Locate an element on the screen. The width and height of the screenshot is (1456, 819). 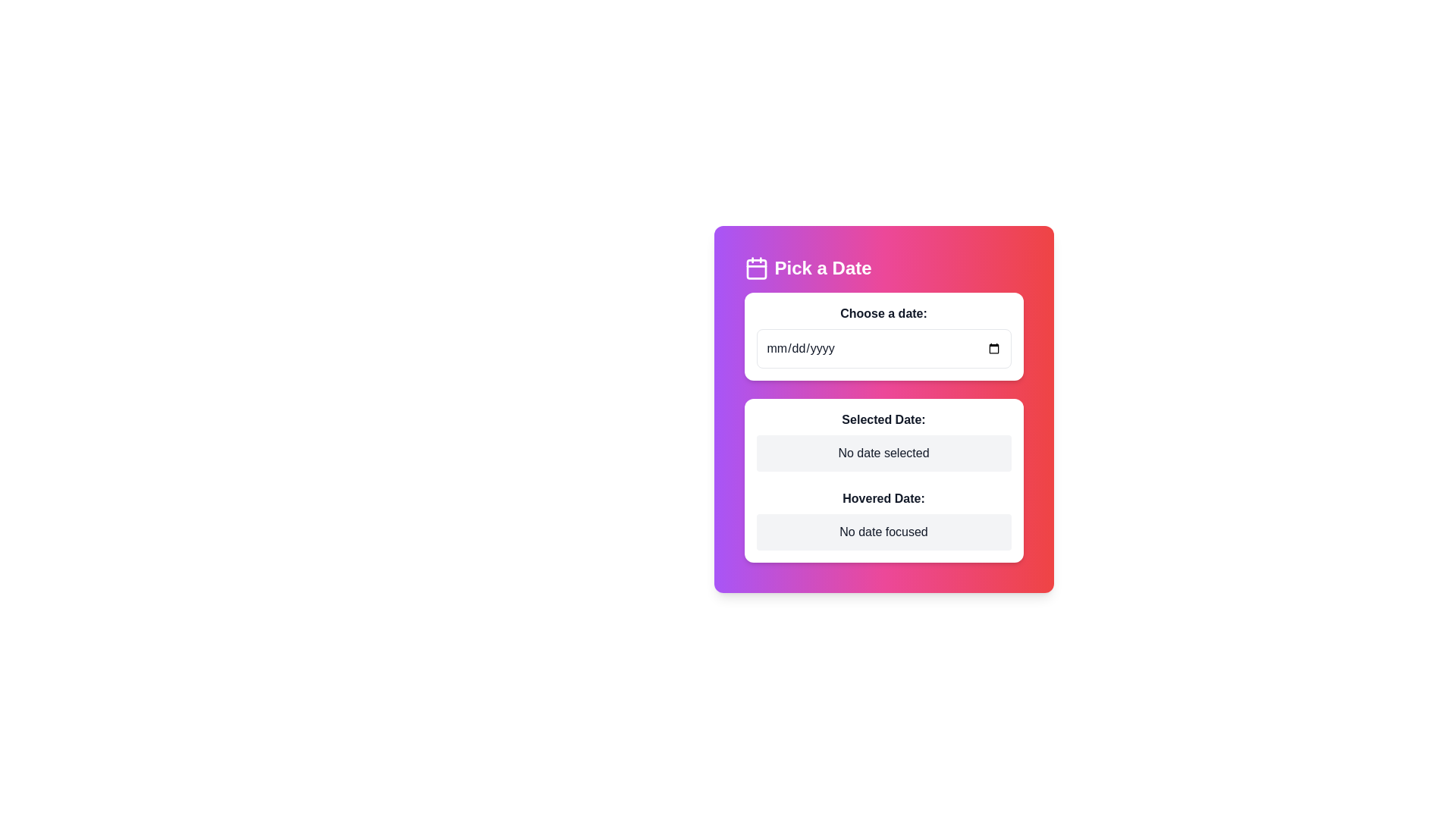
the bold text label reading 'Pick a Date' which has a vibrant purple to pink gradient background is located at coordinates (822, 268).